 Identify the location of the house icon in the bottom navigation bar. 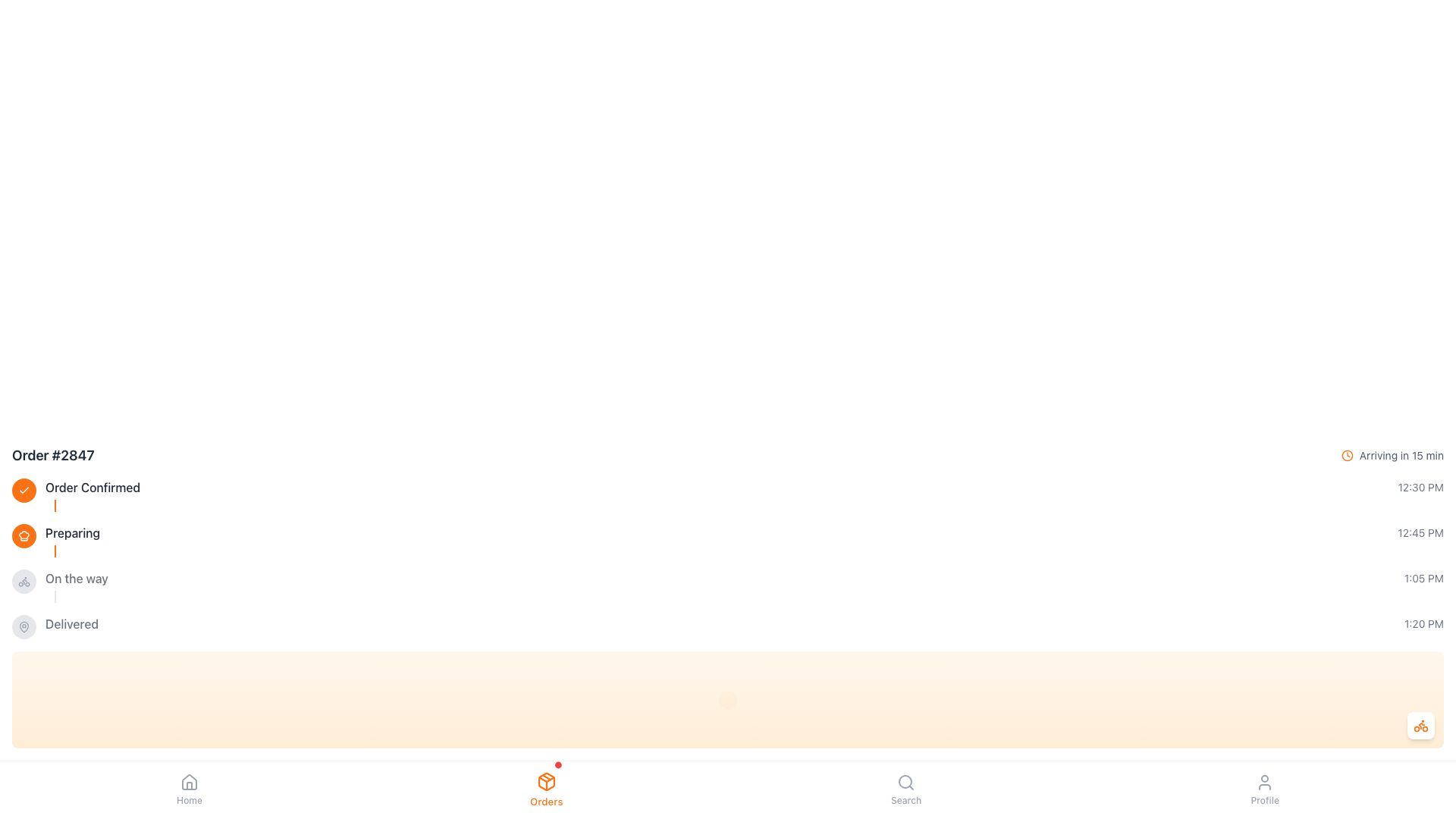
(188, 783).